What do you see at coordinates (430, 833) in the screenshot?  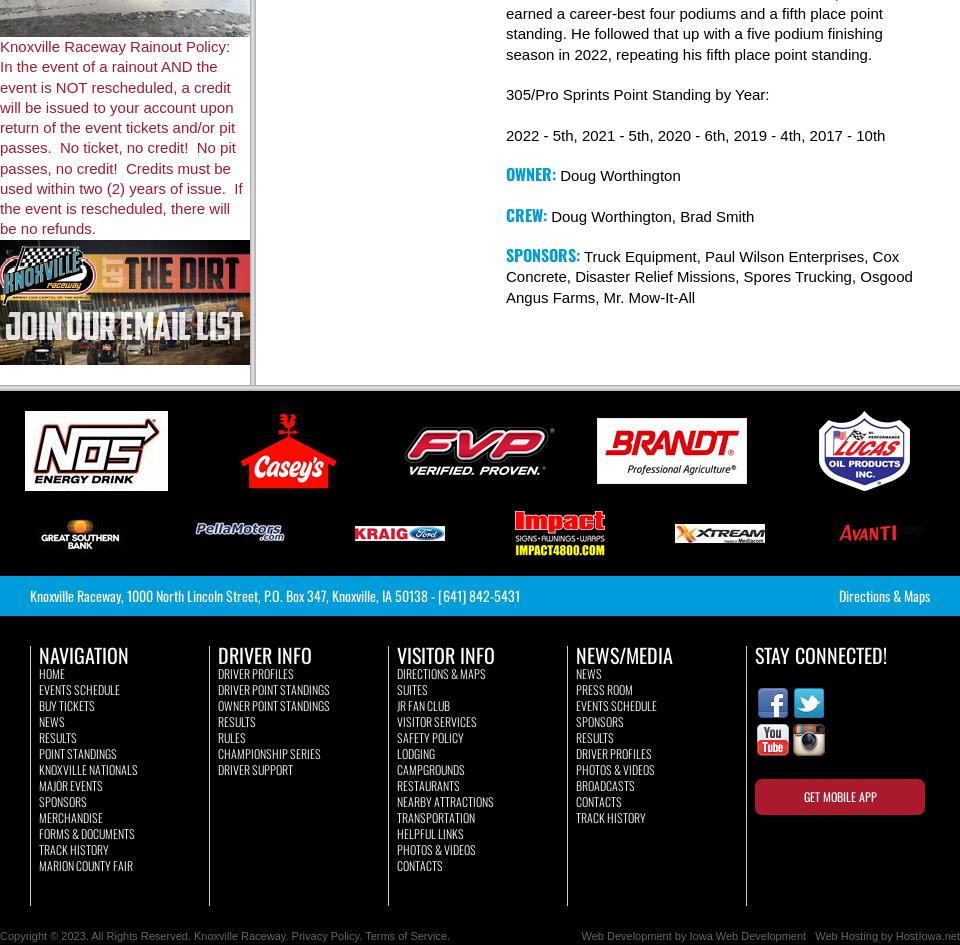 I see `'Helpful Links'` at bounding box center [430, 833].